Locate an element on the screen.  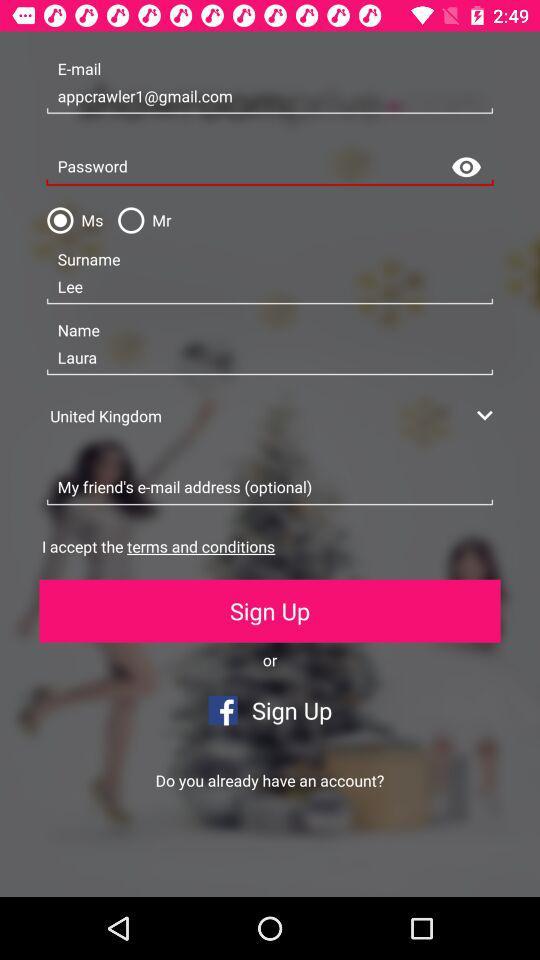
password is located at coordinates (270, 166).